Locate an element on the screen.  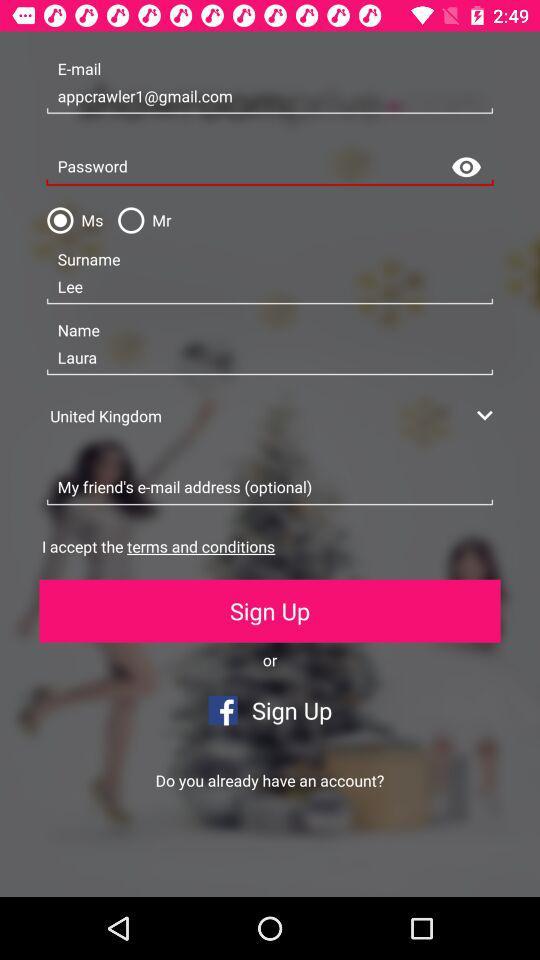
password is located at coordinates (270, 166).